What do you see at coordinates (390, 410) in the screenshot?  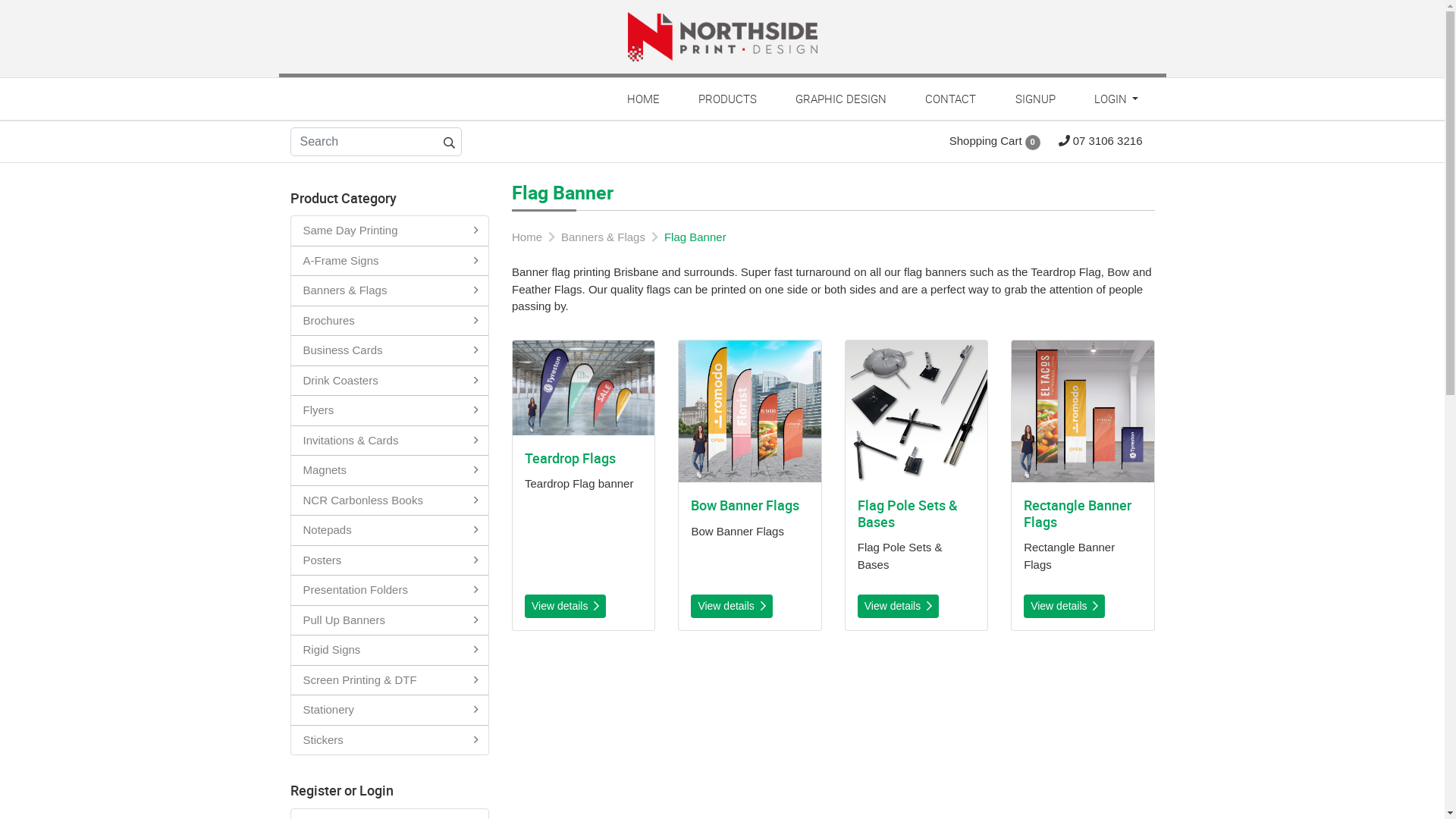 I see `'Flyers'` at bounding box center [390, 410].